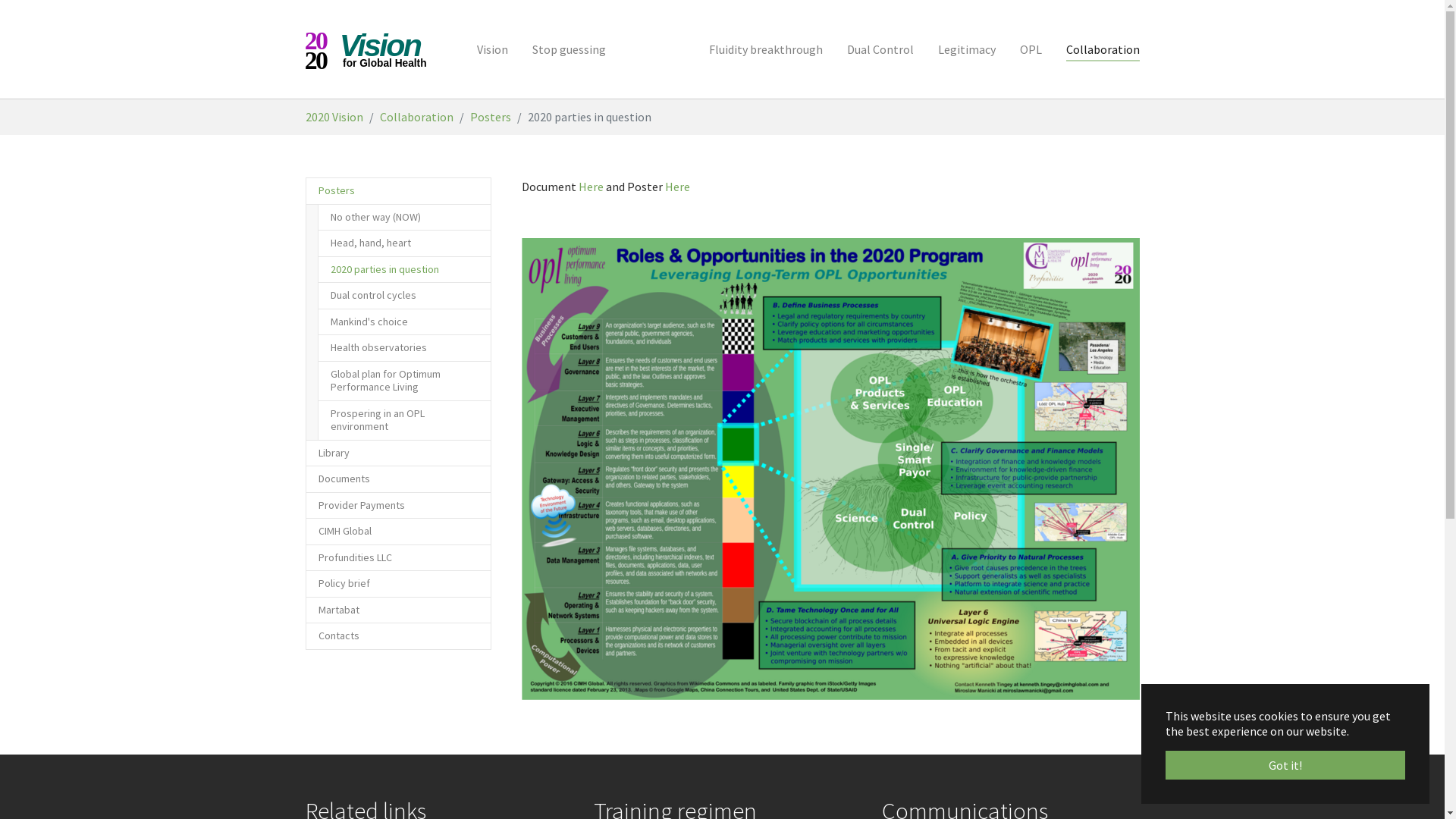 This screenshot has height=819, width=1456. Describe the element at coordinates (965, 49) in the screenshot. I see `'Legitimacy'` at that location.